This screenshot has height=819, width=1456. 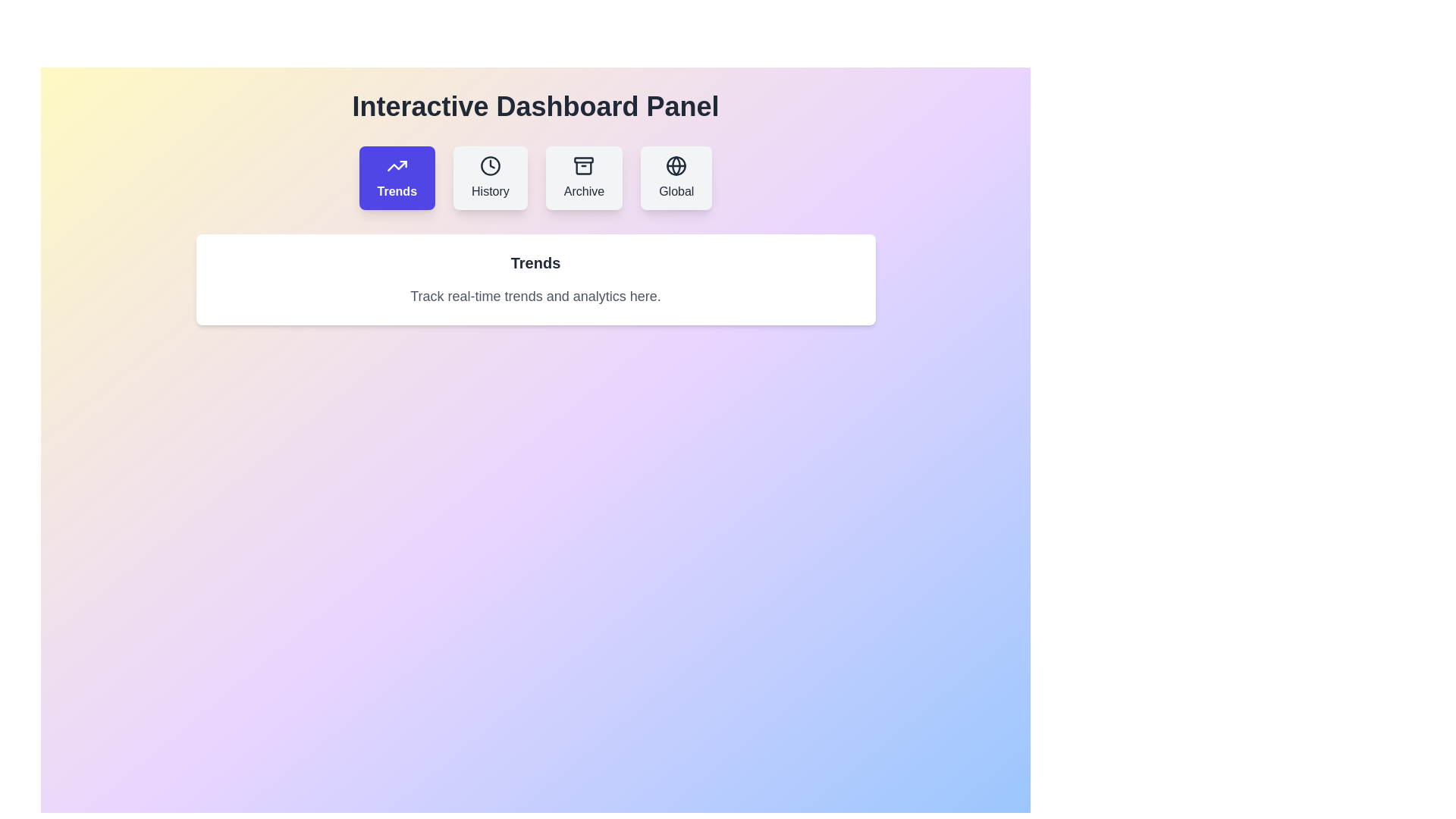 I want to click on the button labeled Global to observe its hover effect, so click(x=676, y=177).